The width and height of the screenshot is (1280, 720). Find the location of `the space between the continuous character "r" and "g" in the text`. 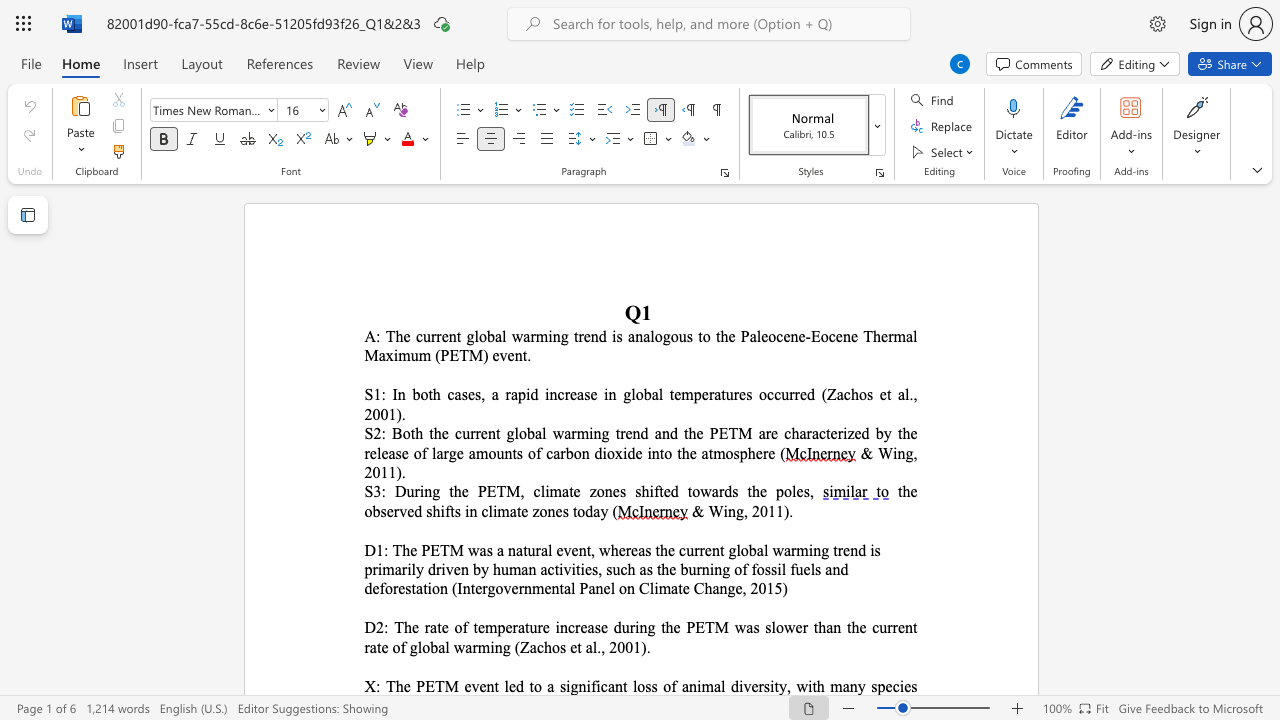

the space between the continuous character "r" and "g" in the text is located at coordinates (448, 453).